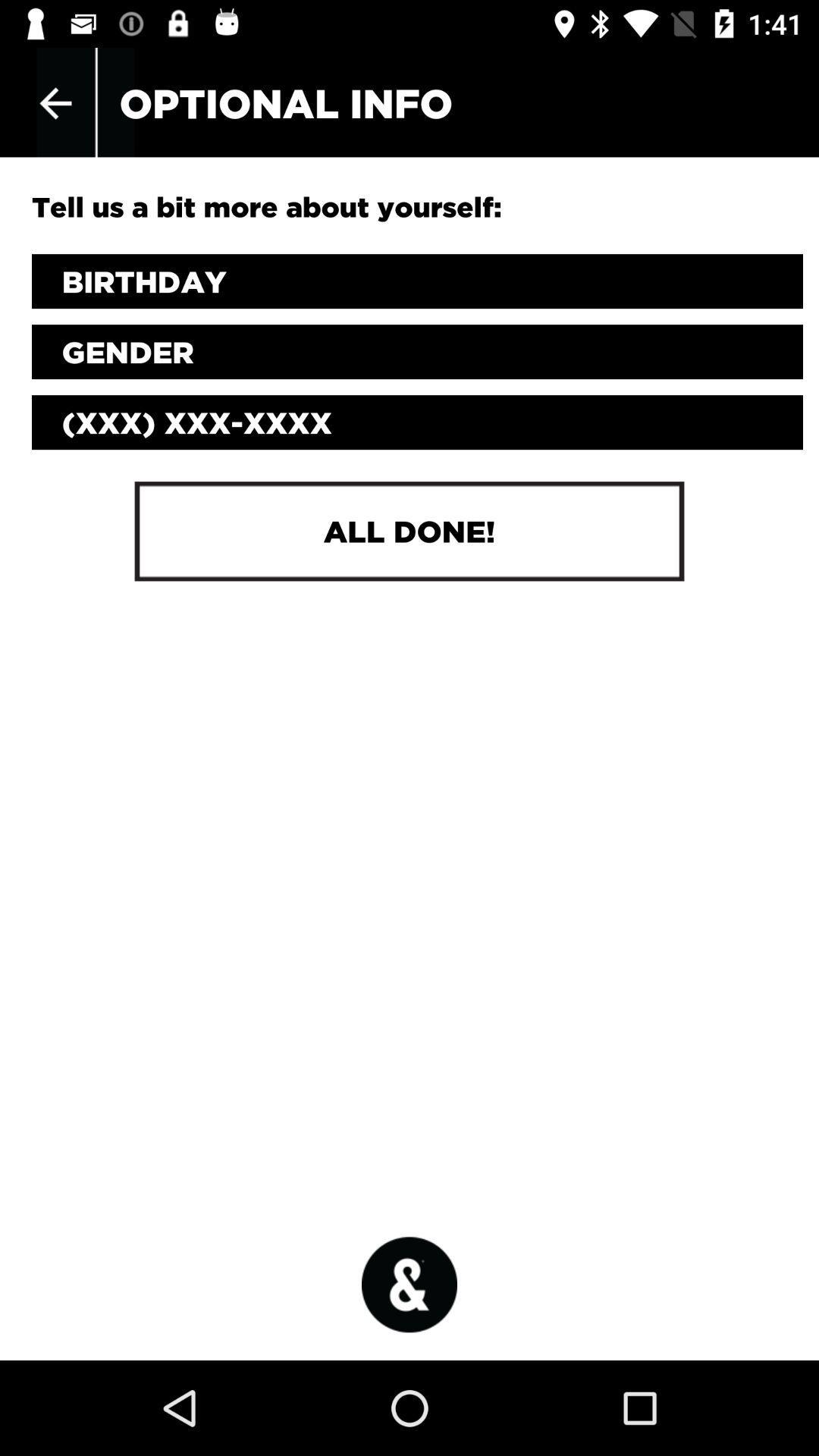  Describe the element at coordinates (417, 281) in the screenshot. I see `your birthday` at that location.